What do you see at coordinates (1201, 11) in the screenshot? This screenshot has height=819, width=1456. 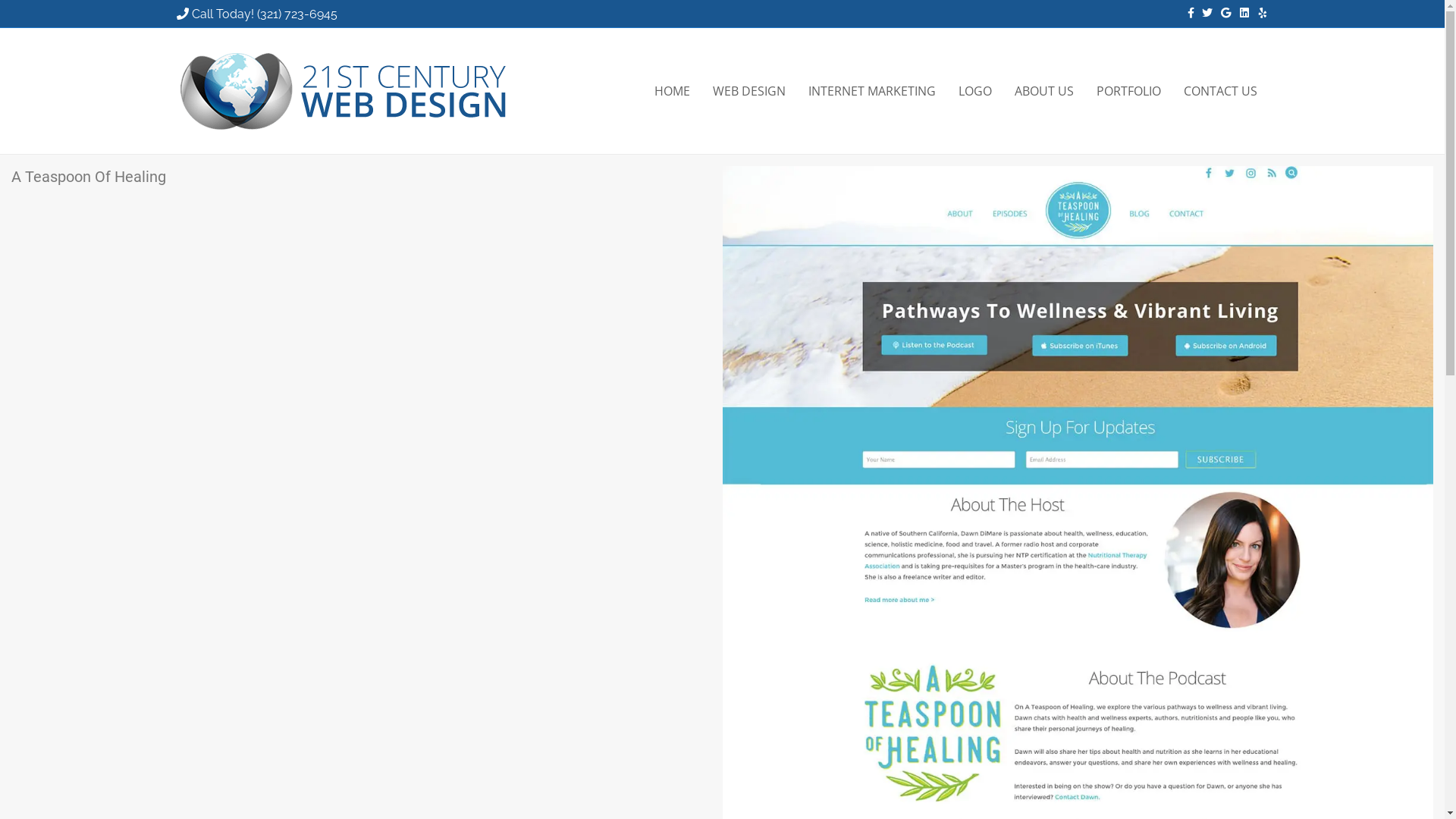 I see `'Twitter'` at bounding box center [1201, 11].